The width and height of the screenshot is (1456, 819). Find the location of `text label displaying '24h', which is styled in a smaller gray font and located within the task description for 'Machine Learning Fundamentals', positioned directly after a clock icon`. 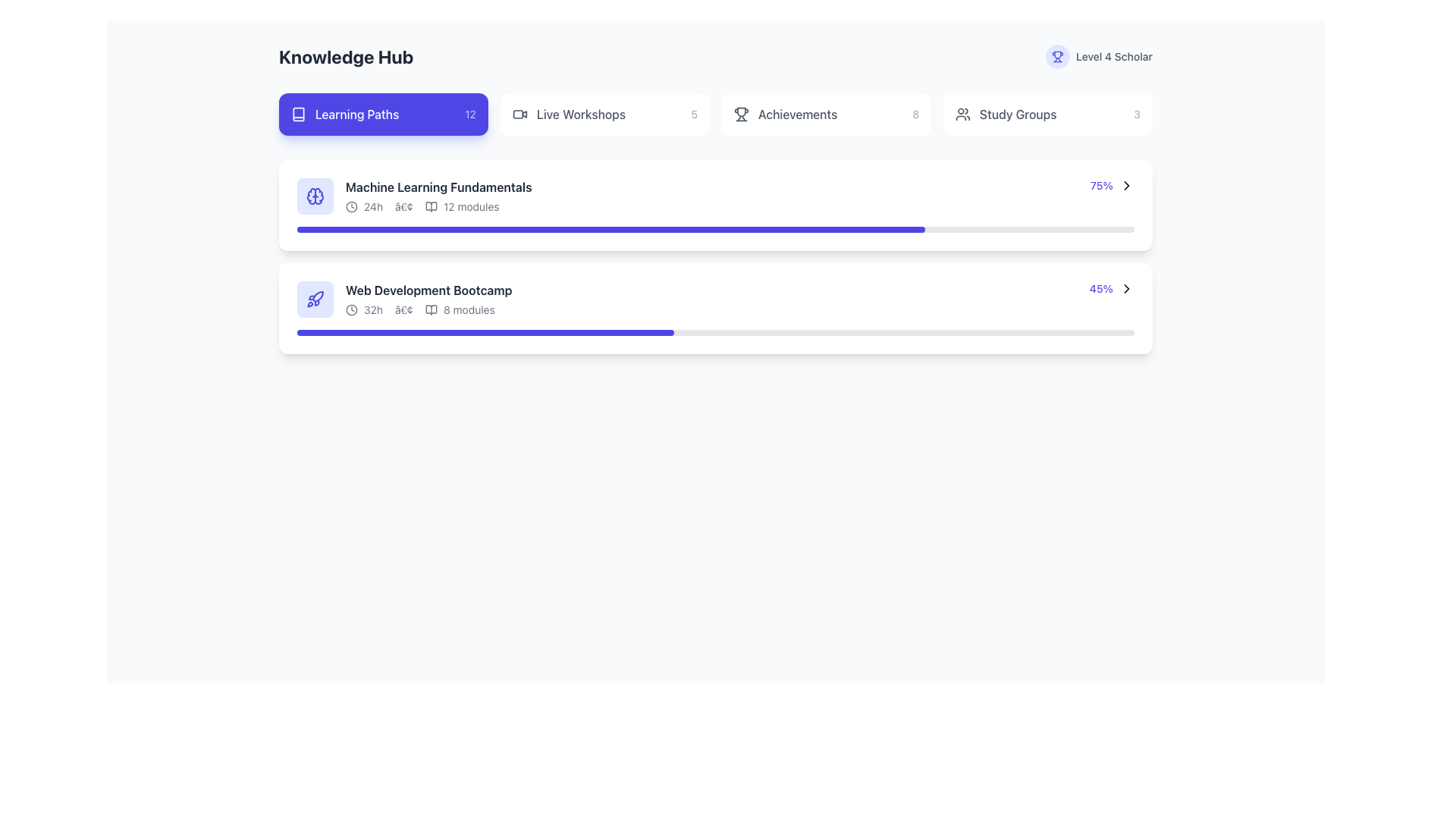

text label displaying '24h', which is styled in a smaller gray font and located within the task description for 'Machine Learning Fundamentals', positioned directly after a clock icon is located at coordinates (373, 207).